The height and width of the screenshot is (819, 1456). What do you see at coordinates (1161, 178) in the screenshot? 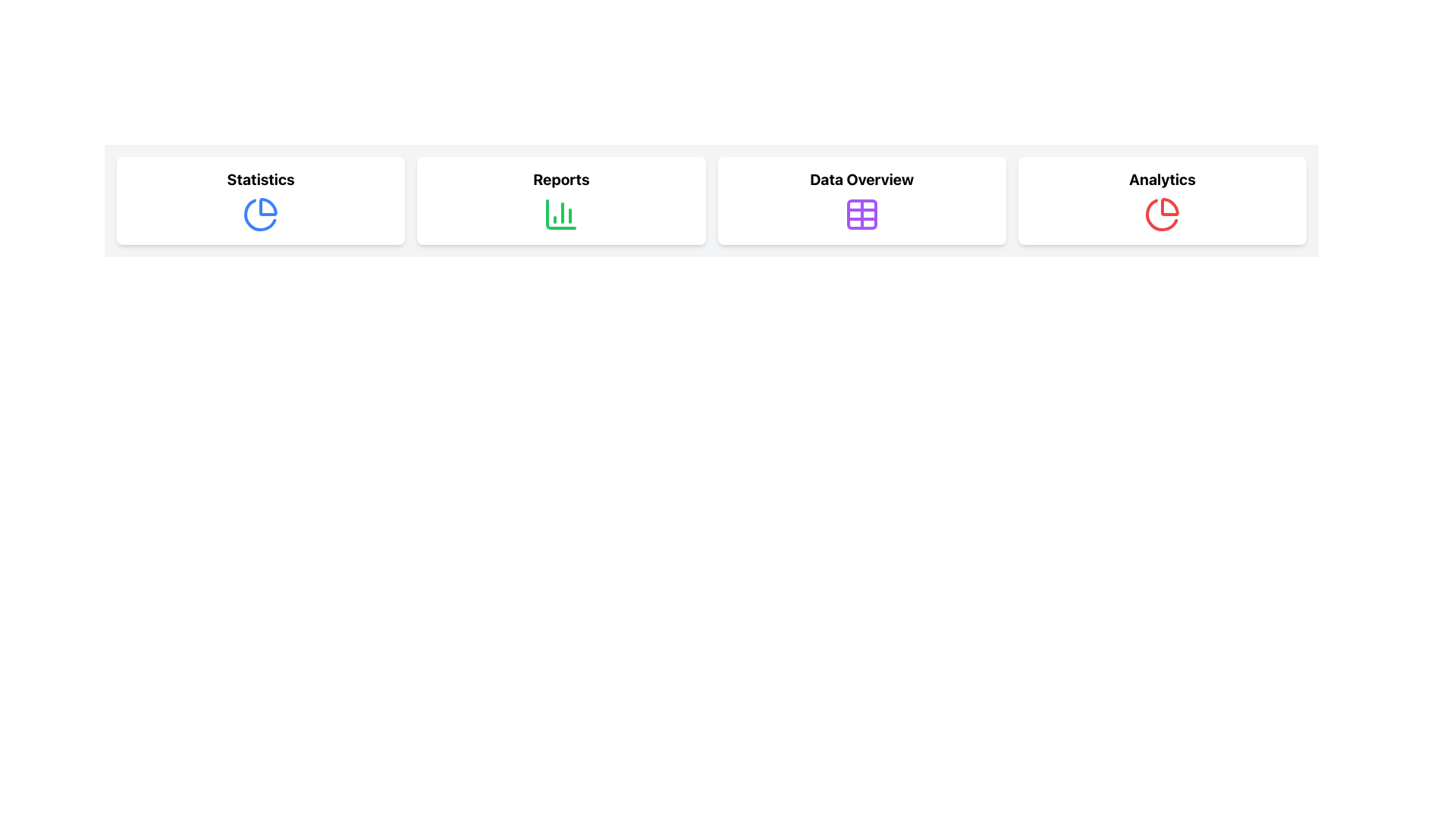
I see `the static text label indicating 'Analytics', which is positioned at the top of the card on the far right, above a red pie chart icon` at bounding box center [1161, 178].